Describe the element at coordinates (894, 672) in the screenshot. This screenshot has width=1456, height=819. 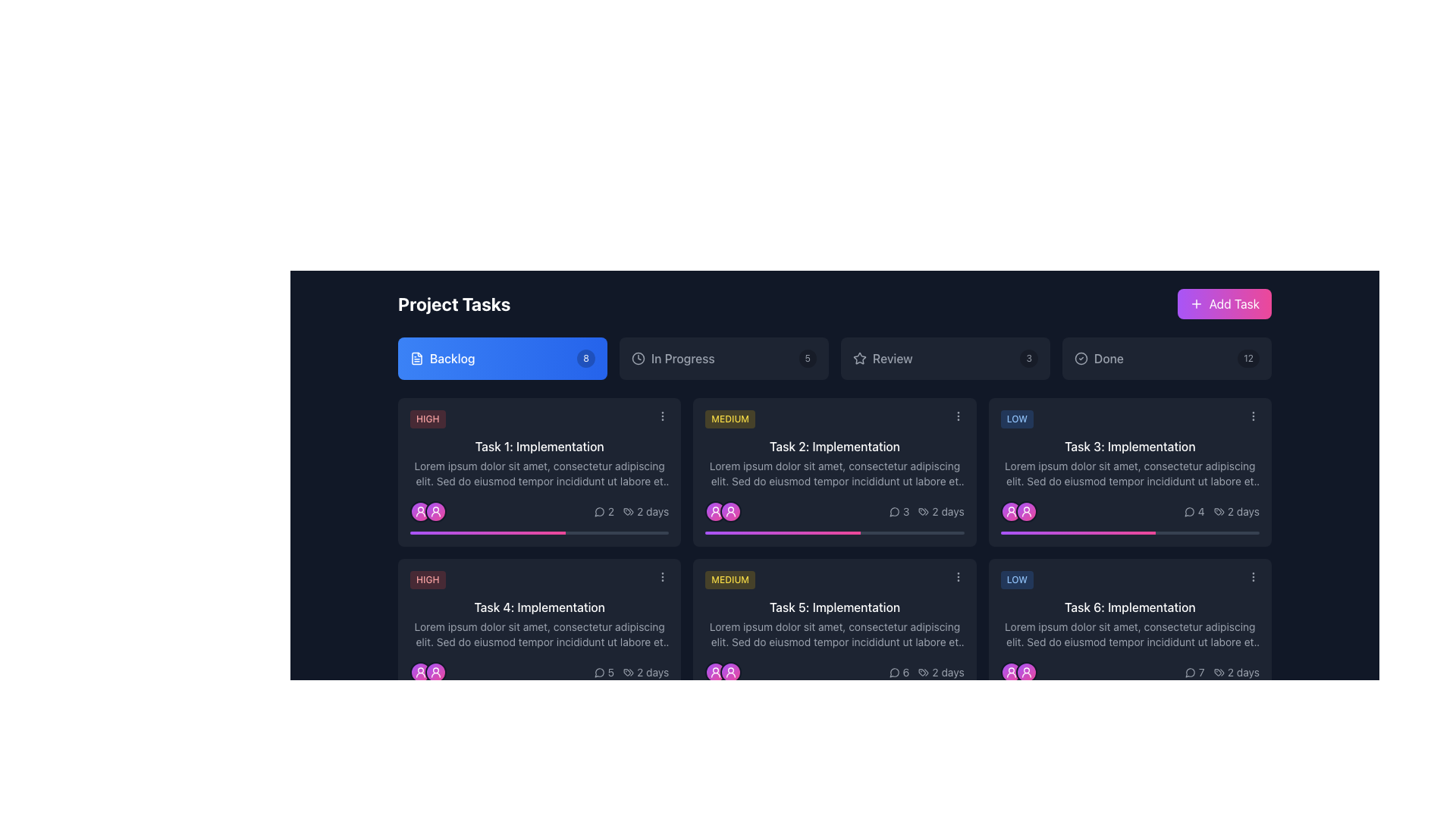
I see `the circular speech bubble icon in the lower-right corner of the card labeled 'Task 5: Implementation'` at that location.